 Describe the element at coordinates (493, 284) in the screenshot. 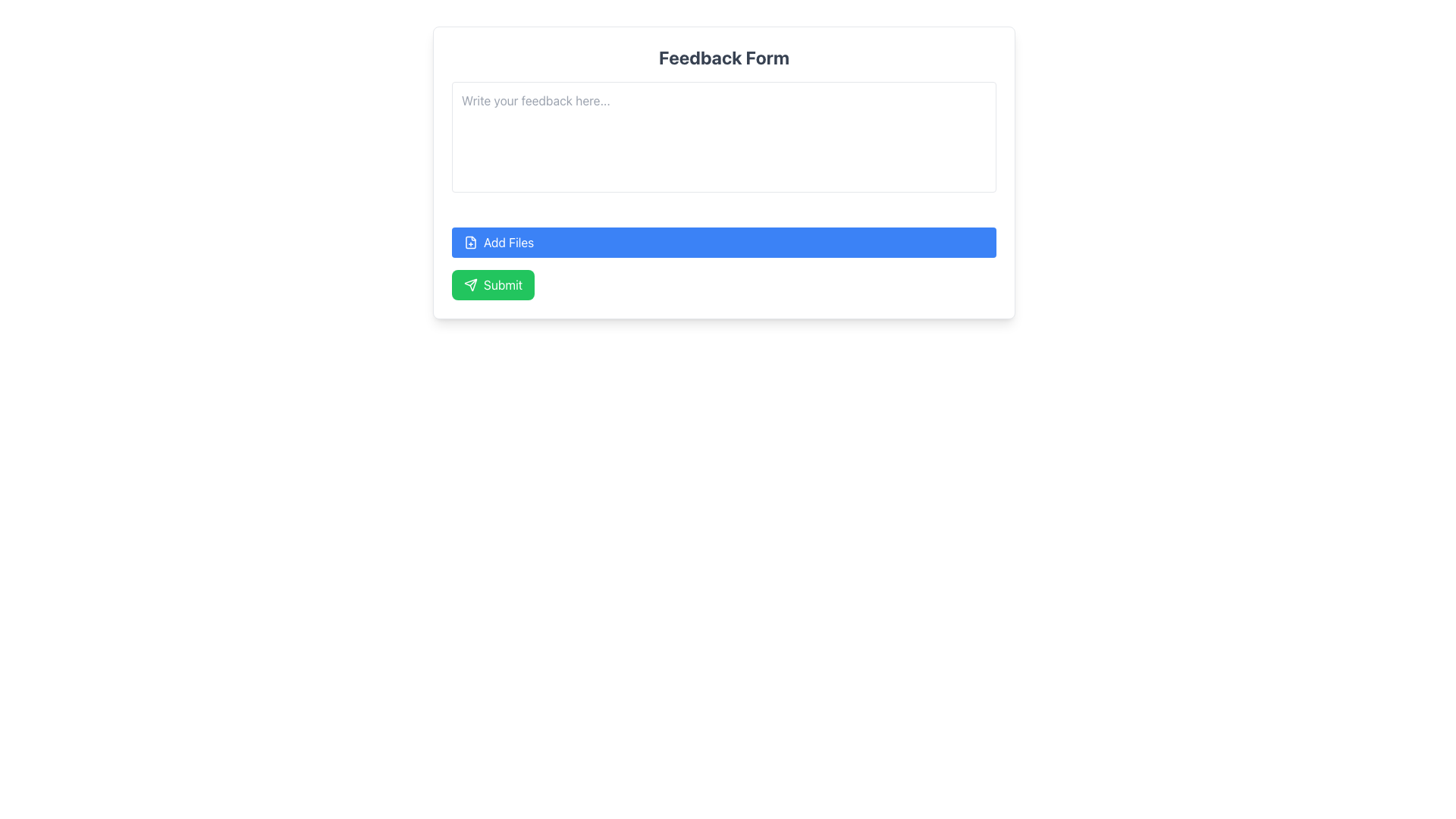

I see `the 'Submit' button with a green background and white text` at that location.